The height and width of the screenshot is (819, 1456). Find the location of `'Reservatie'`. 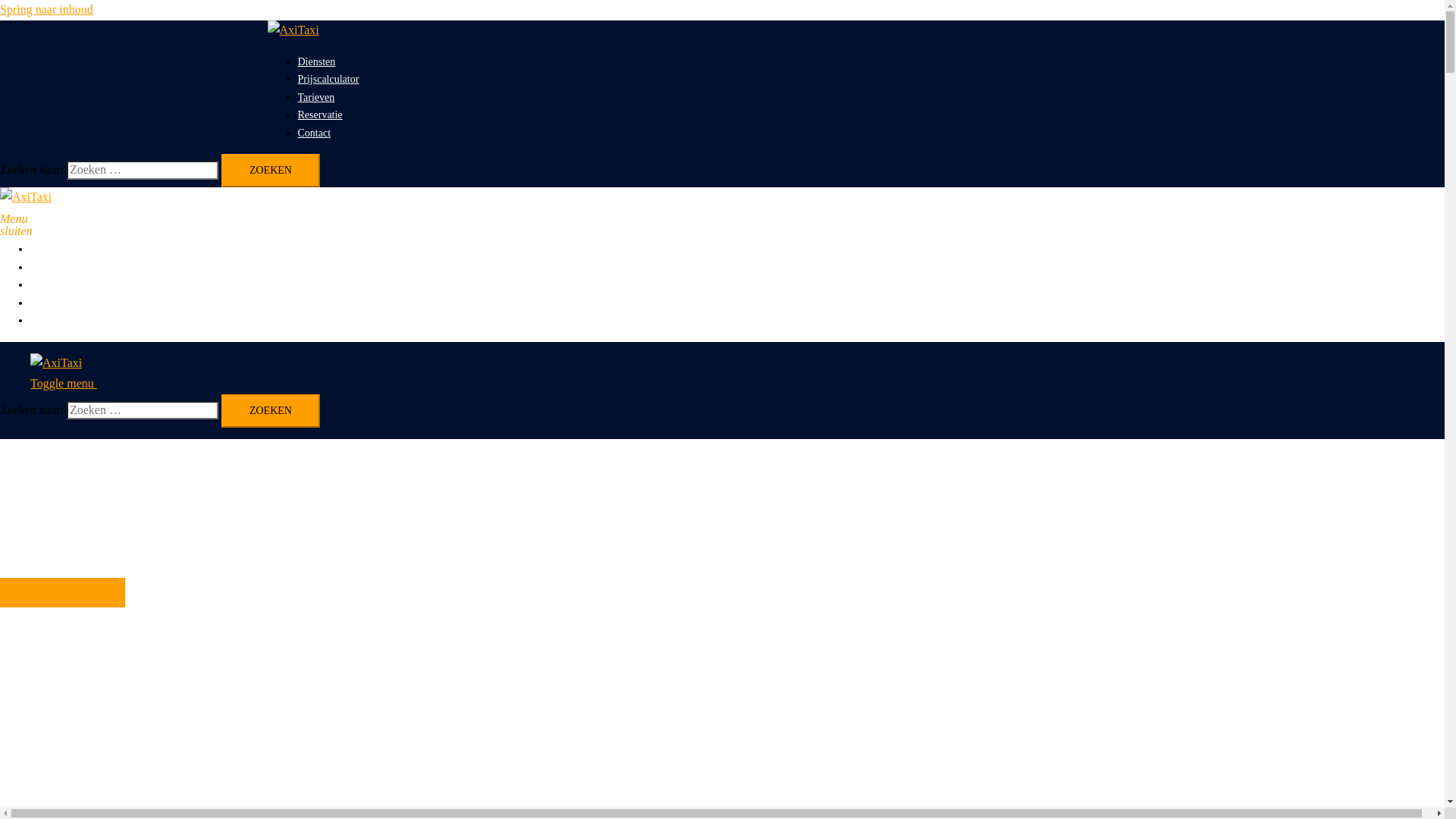

'Reservatie' is located at coordinates (318, 114).